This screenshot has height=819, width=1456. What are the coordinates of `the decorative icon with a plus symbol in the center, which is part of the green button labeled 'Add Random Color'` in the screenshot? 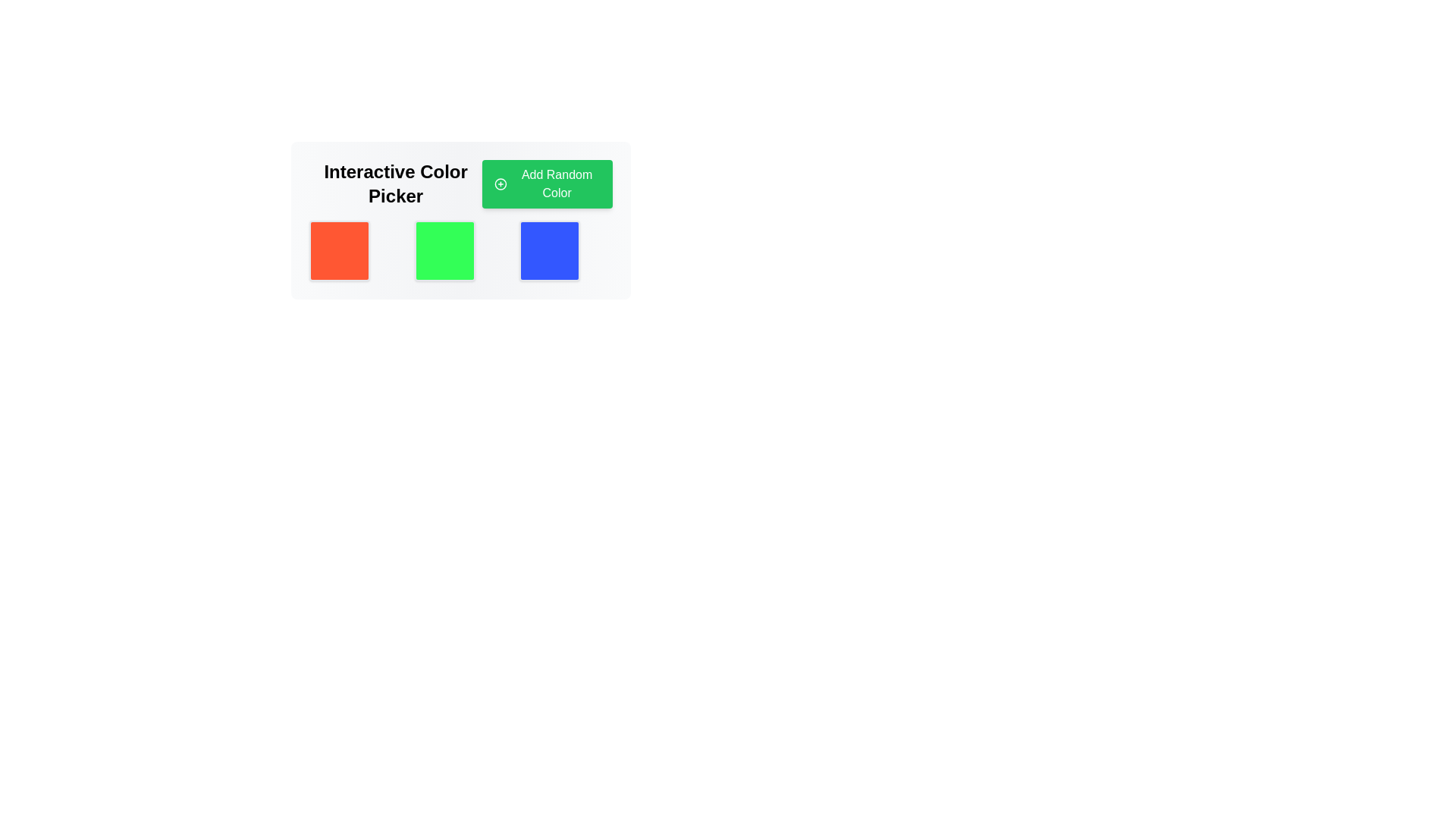 It's located at (500, 184).